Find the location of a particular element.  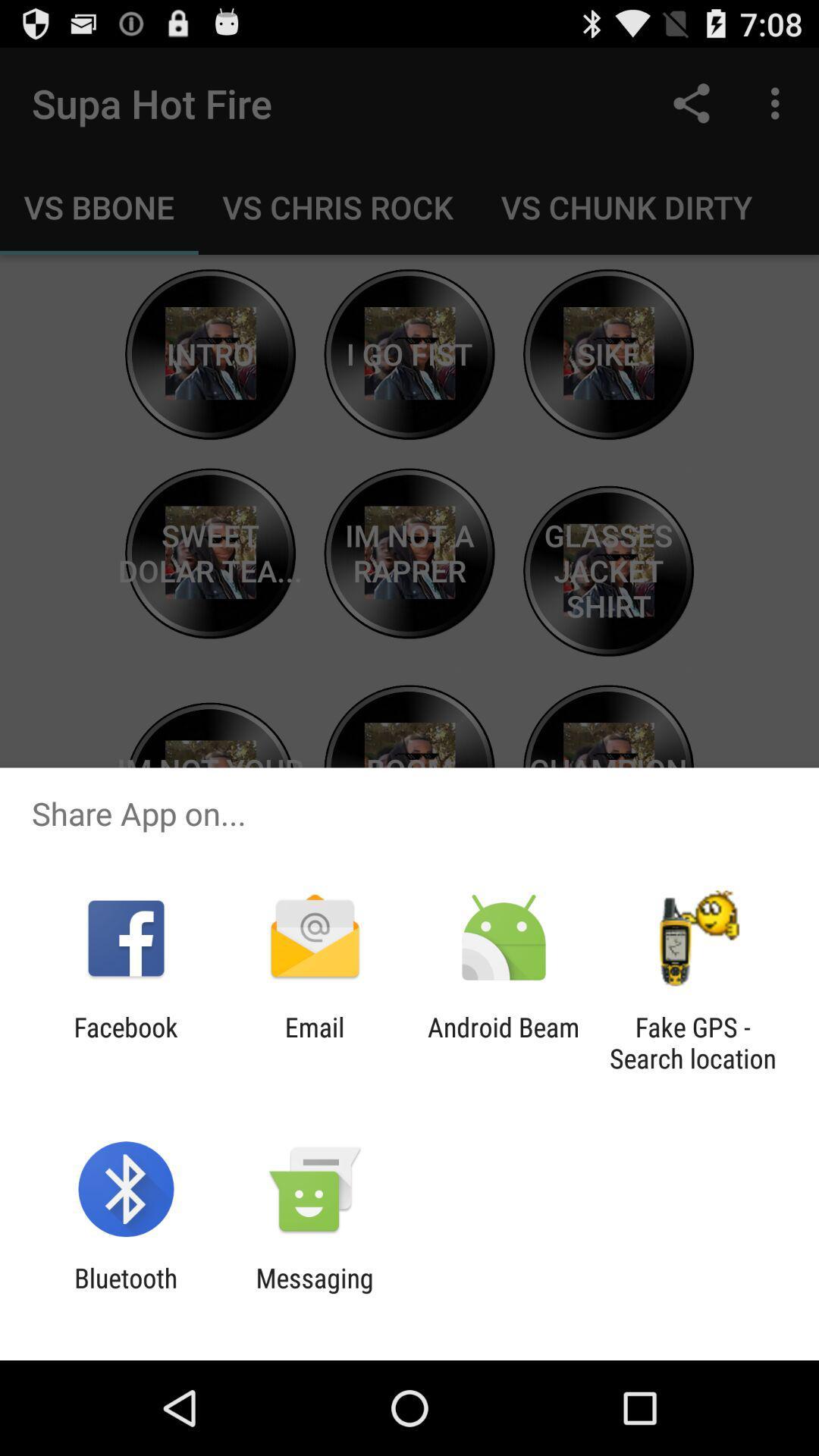

icon to the left of fake gps search app is located at coordinates (504, 1042).